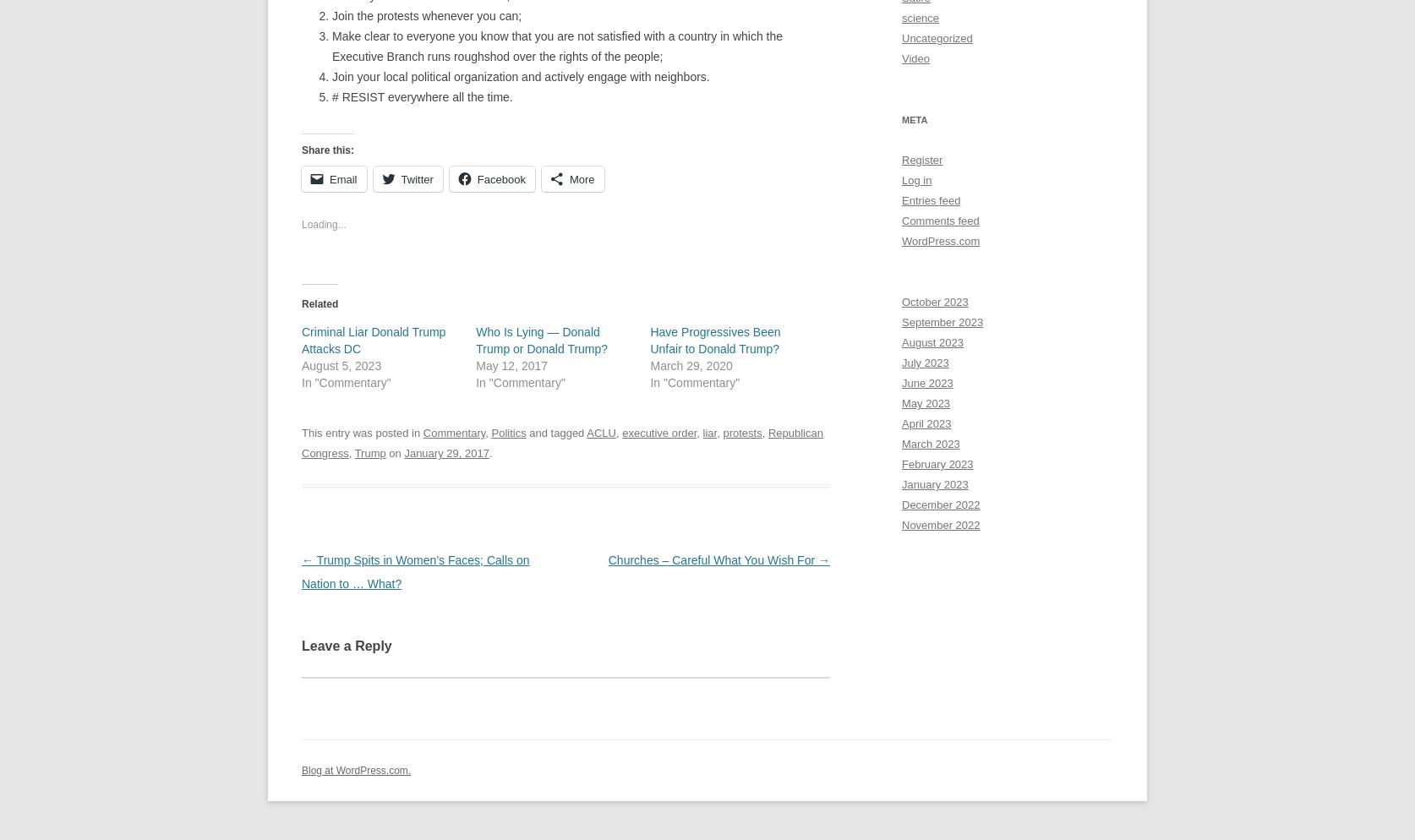 Image resolution: width=1415 pixels, height=840 pixels. Describe the element at coordinates (915, 180) in the screenshot. I see `'Log in'` at that location.